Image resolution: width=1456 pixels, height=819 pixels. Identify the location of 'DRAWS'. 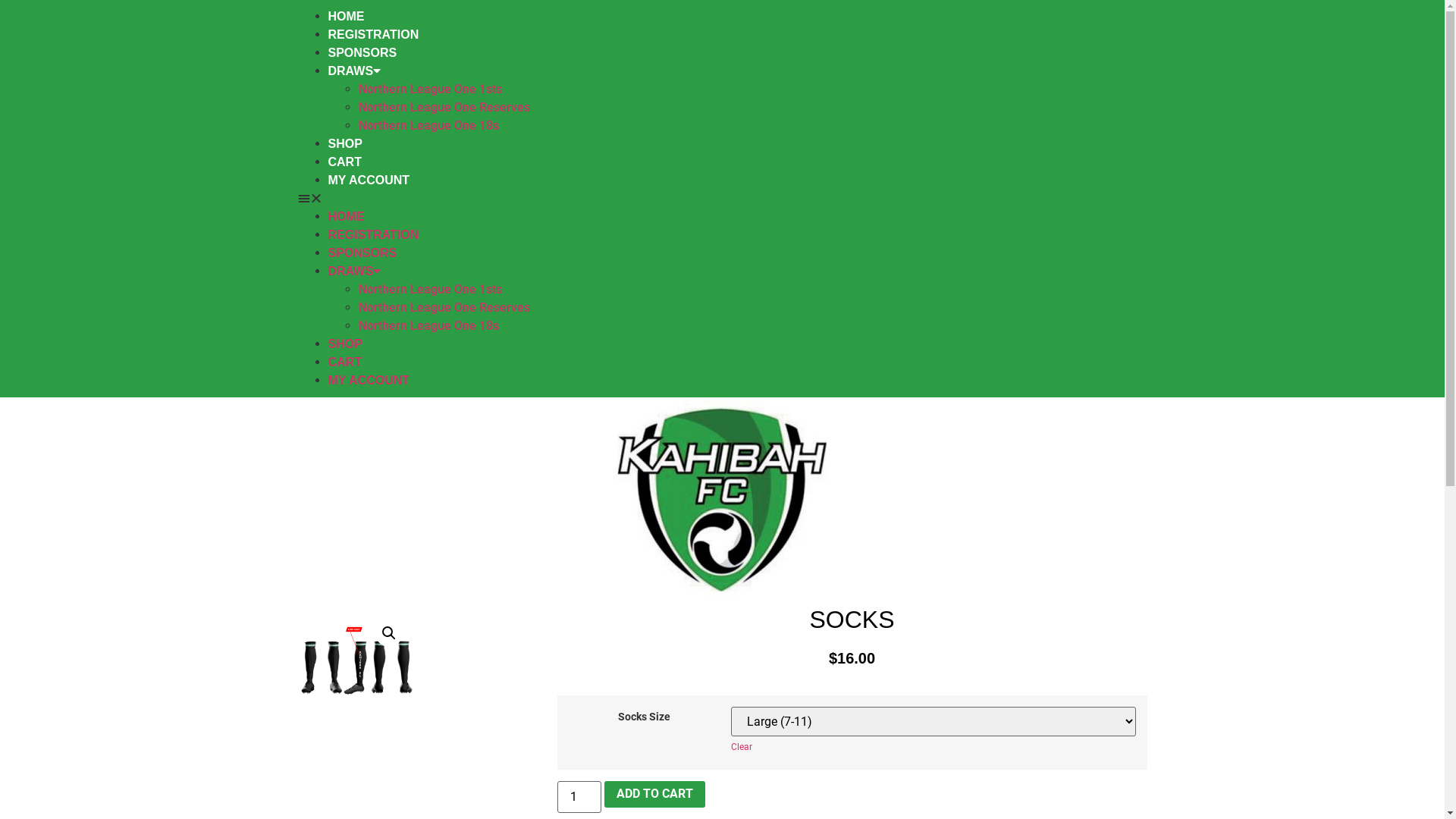
(353, 270).